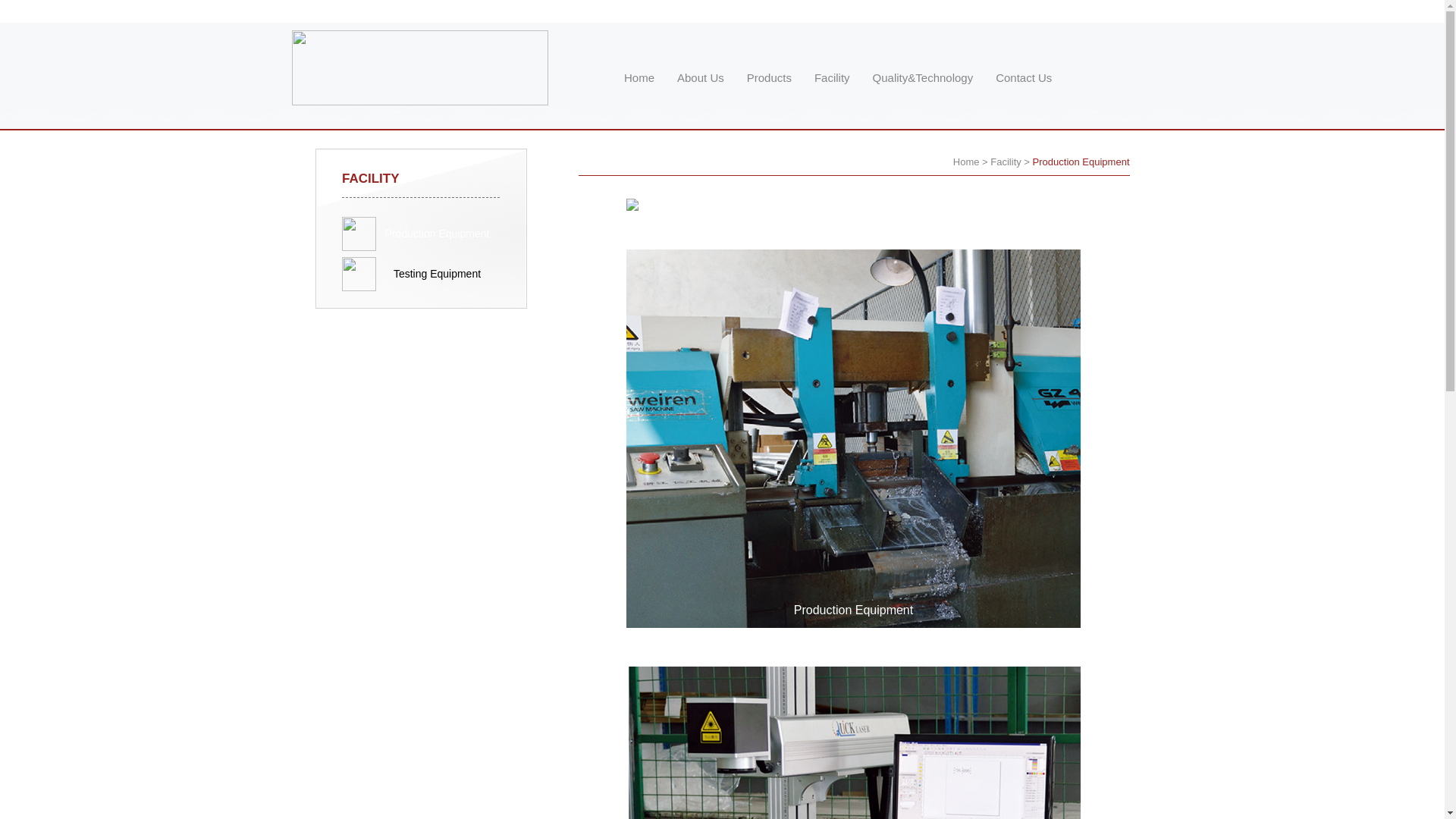 The image size is (1456, 819). Describe the element at coordinates (990, 162) in the screenshot. I see `'Facility'` at that location.